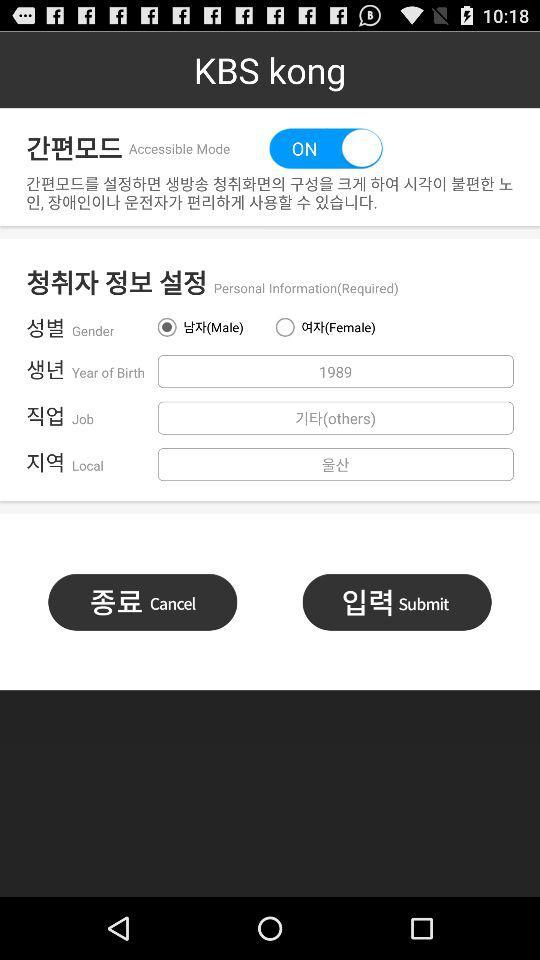  Describe the element at coordinates (328, 327) in the screenshot. I see `the button above 1989 button` at that location.